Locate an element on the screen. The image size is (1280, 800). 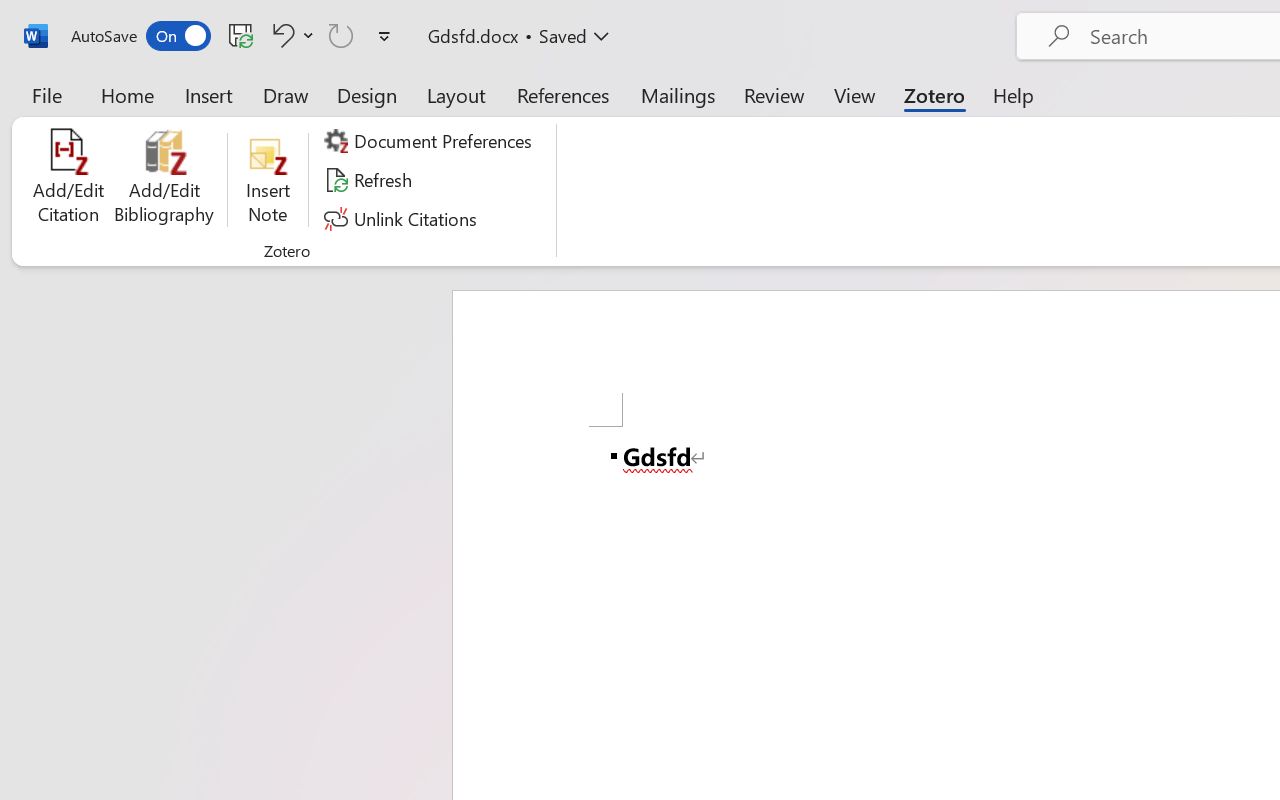
'Add/Edit Citation' is located at coordinates (68, 179).